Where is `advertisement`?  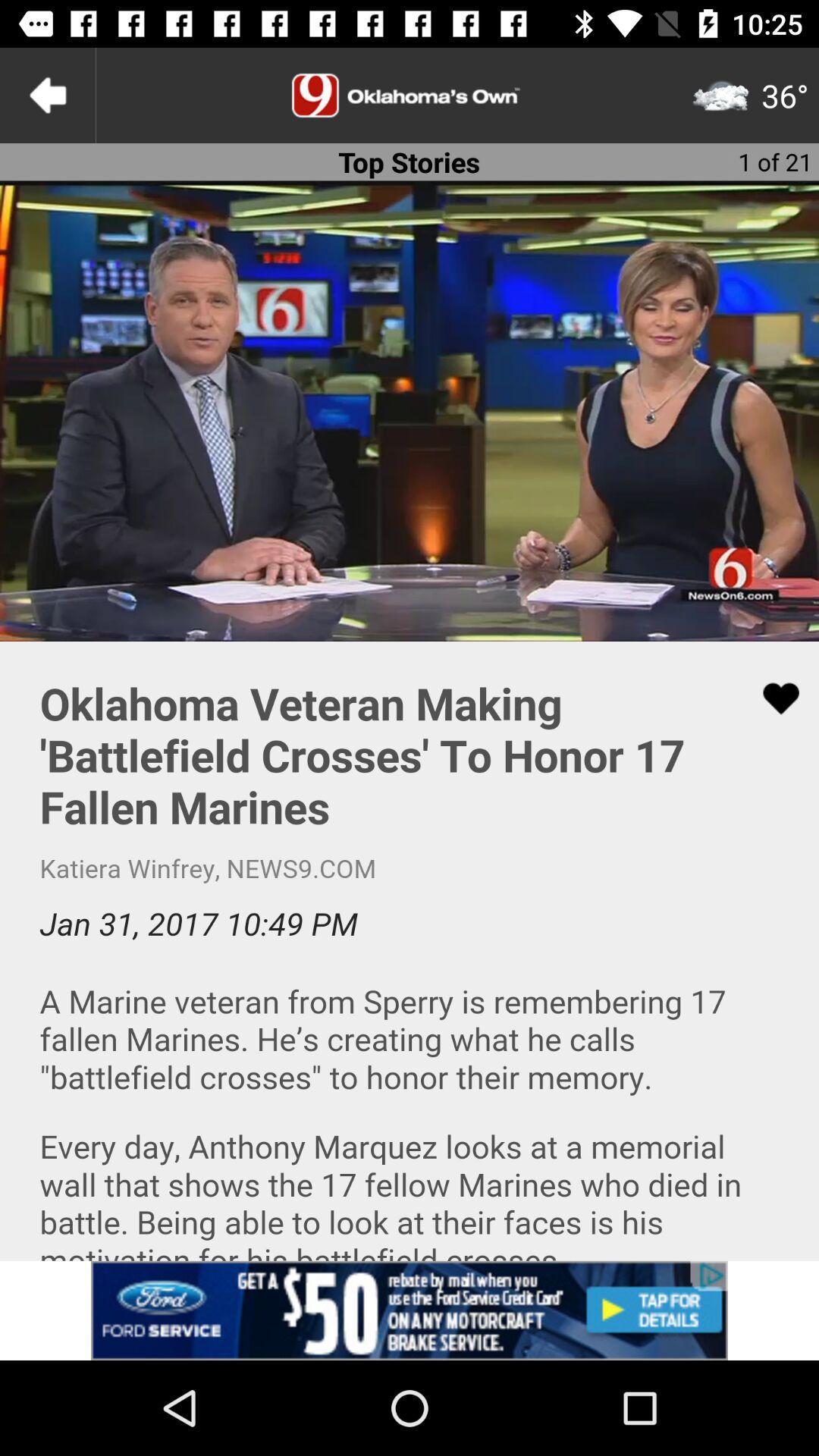
advertisement is located at coordinates (409, 1310).